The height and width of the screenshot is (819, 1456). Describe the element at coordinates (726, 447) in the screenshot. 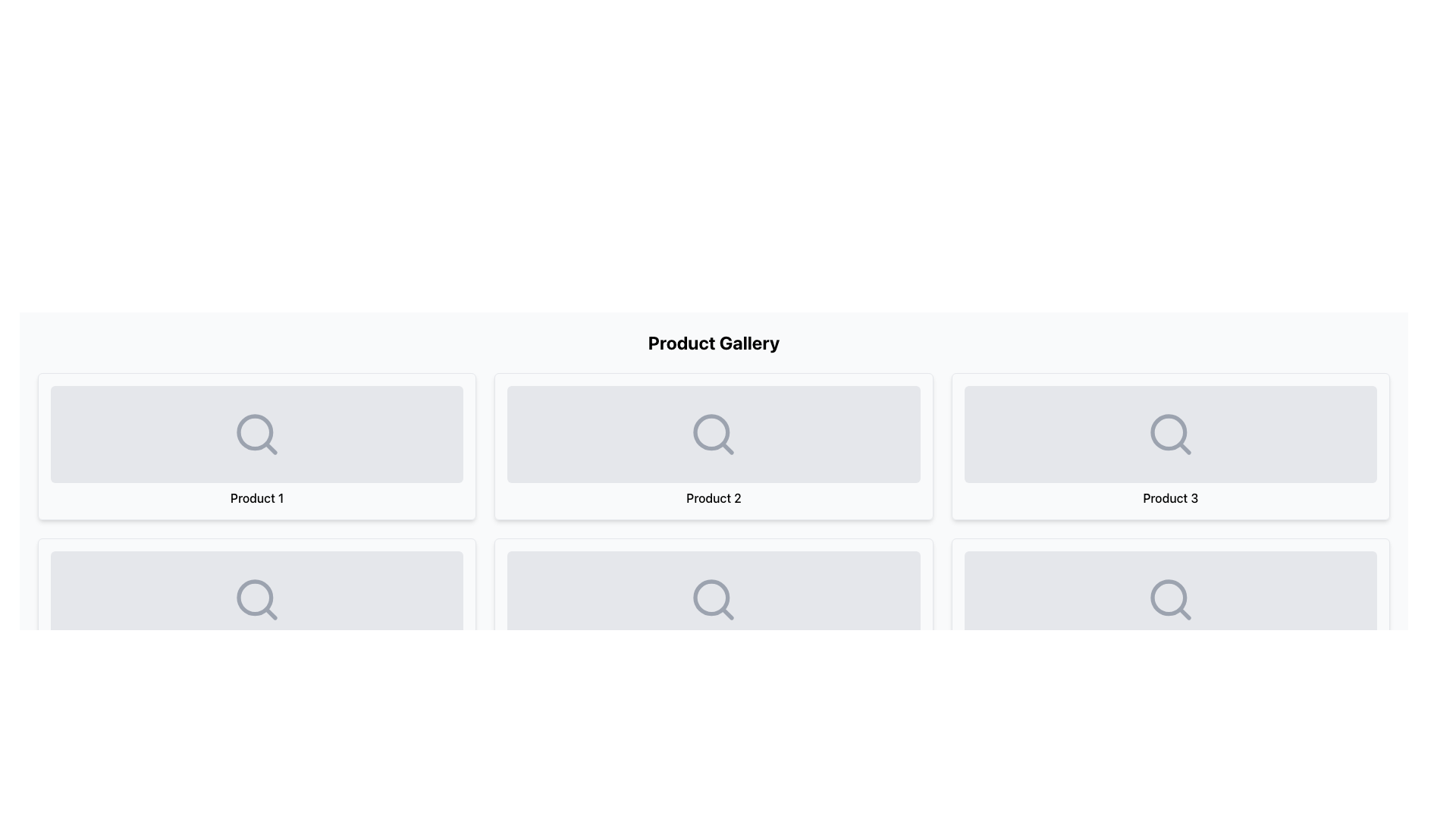

I see `diagonal line that forms the handle of the magnifying glass icon, which is located inside the second grid item's image in the second row of the product gallery section` at that location.